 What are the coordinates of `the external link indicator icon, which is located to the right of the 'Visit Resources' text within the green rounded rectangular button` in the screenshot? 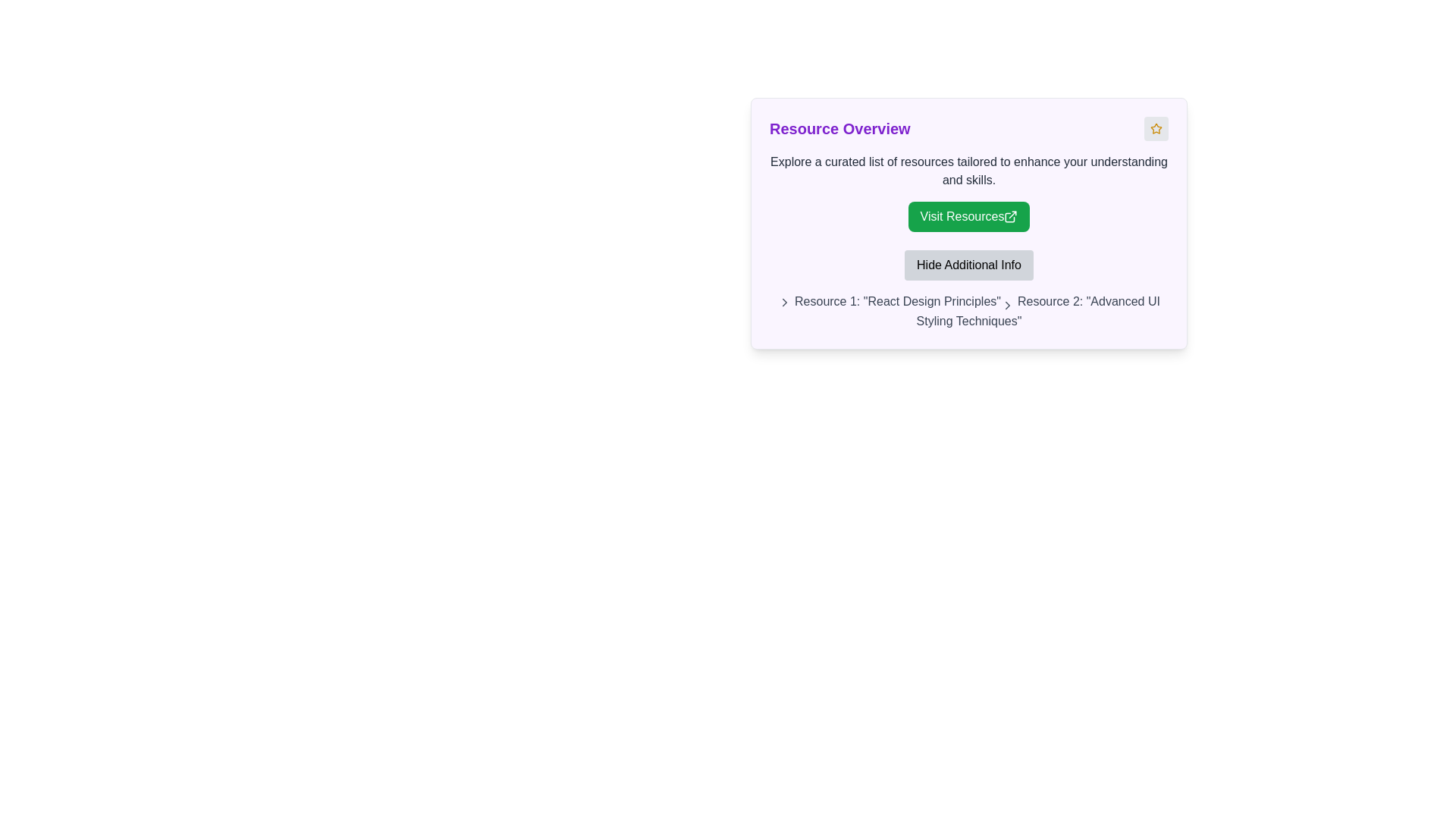 It's located at (1011, 216).